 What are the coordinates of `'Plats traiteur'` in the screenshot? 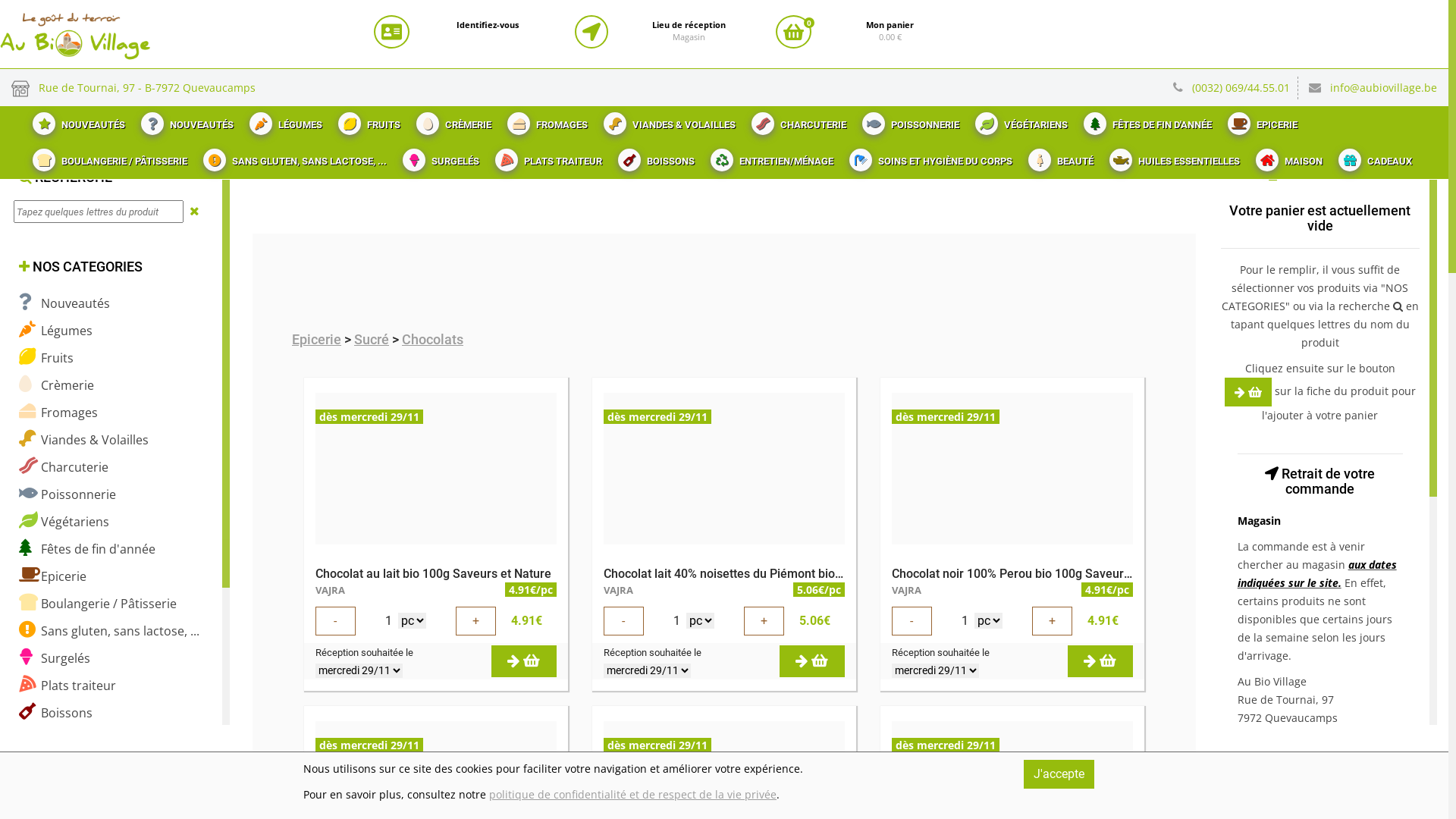 It's located at (67, 685).